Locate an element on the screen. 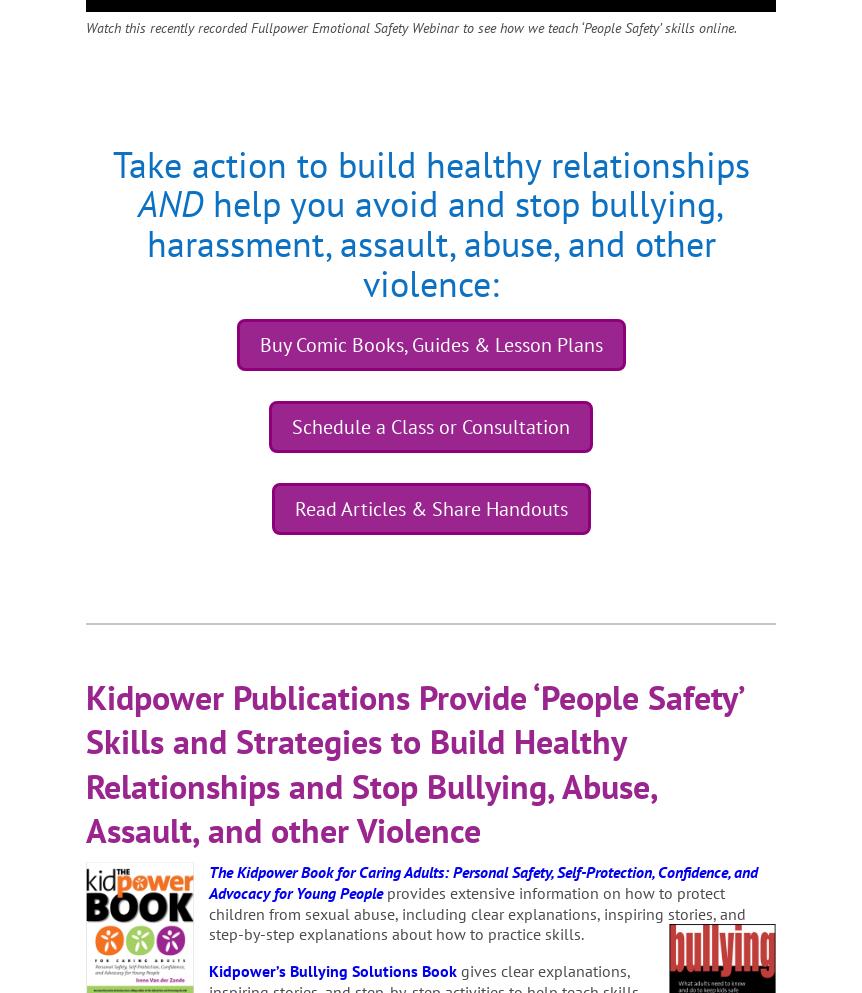  'Schedule a Class or Consultation' is located at coordinates (291, 426).